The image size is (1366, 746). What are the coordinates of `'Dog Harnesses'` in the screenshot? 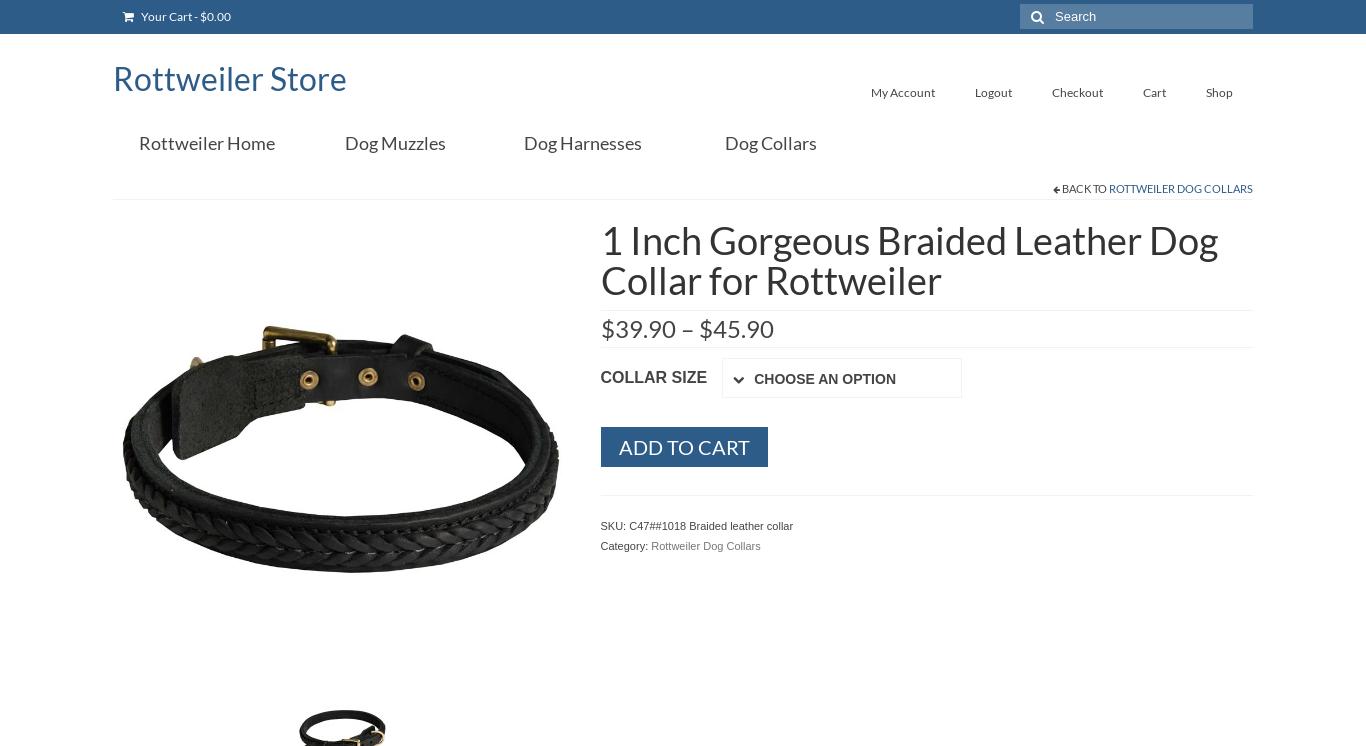 It's located at (582, 142).